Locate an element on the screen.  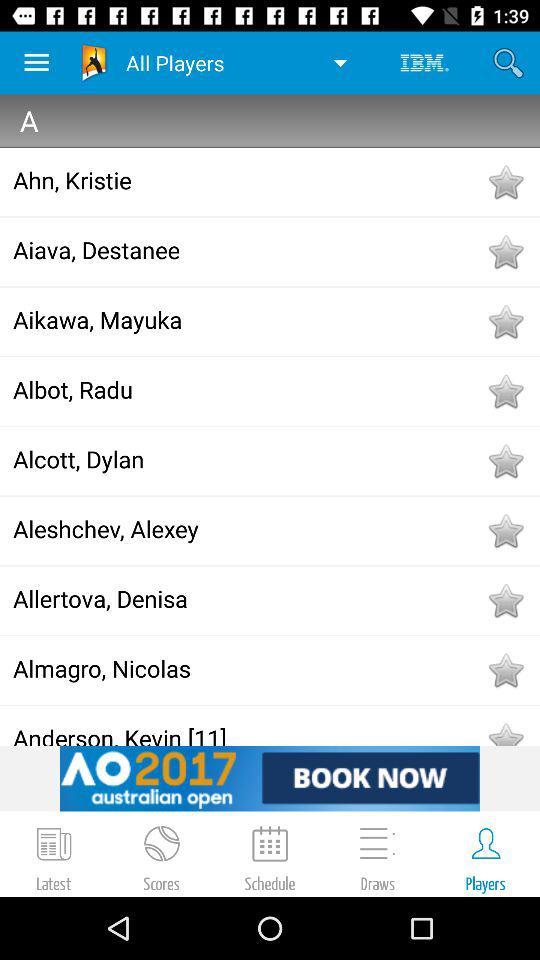
almagro, nicolas icon is located at coordinates (248, 668).